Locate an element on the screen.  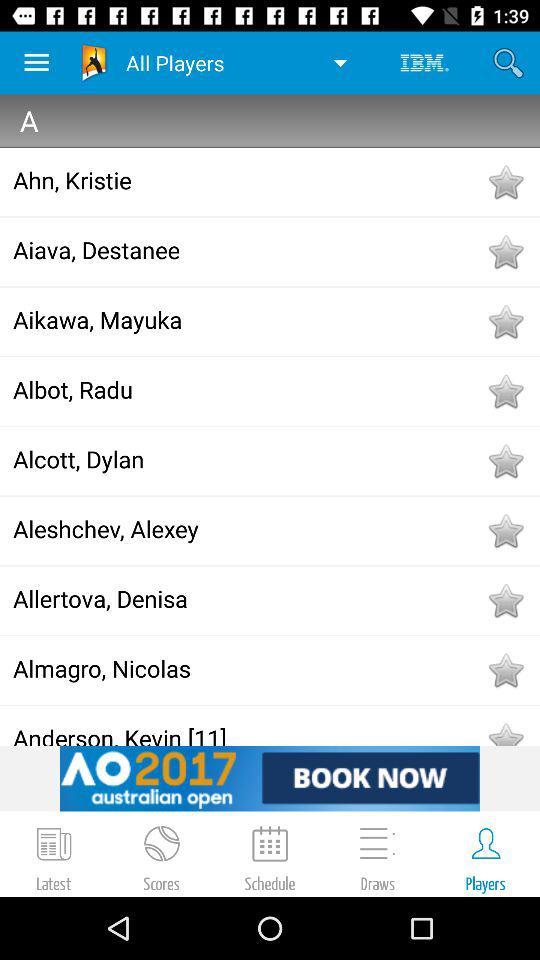
almagro, nicolas icon is located at coordinates (248, 668).